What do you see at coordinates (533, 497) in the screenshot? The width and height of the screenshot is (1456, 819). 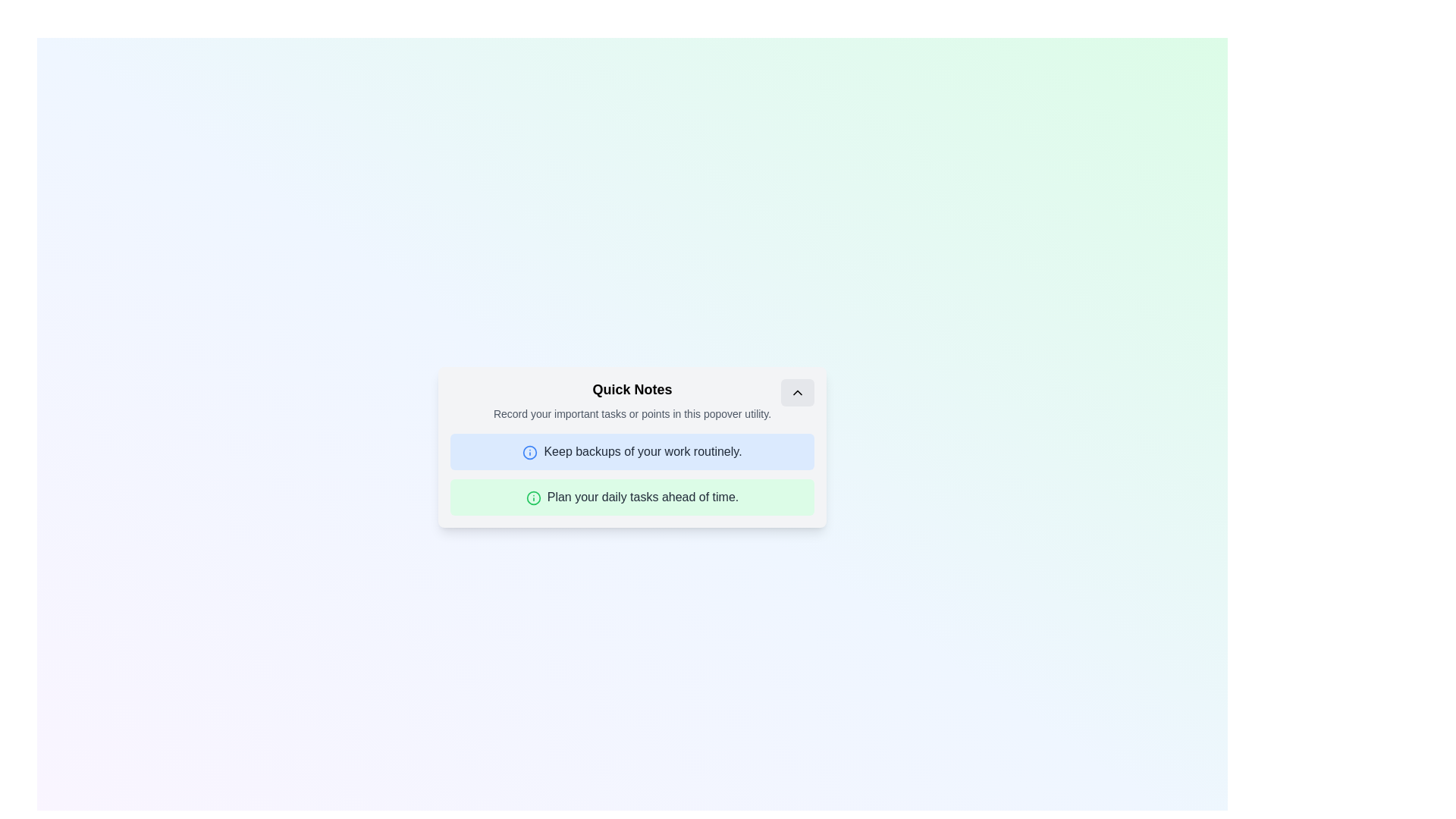 I see `the decorative or informative icon in the second row of the 'Quick Notes' section, adjacent to the text 'Plan your daily tasks ahead of time.'` at bounding box center [533, 497].